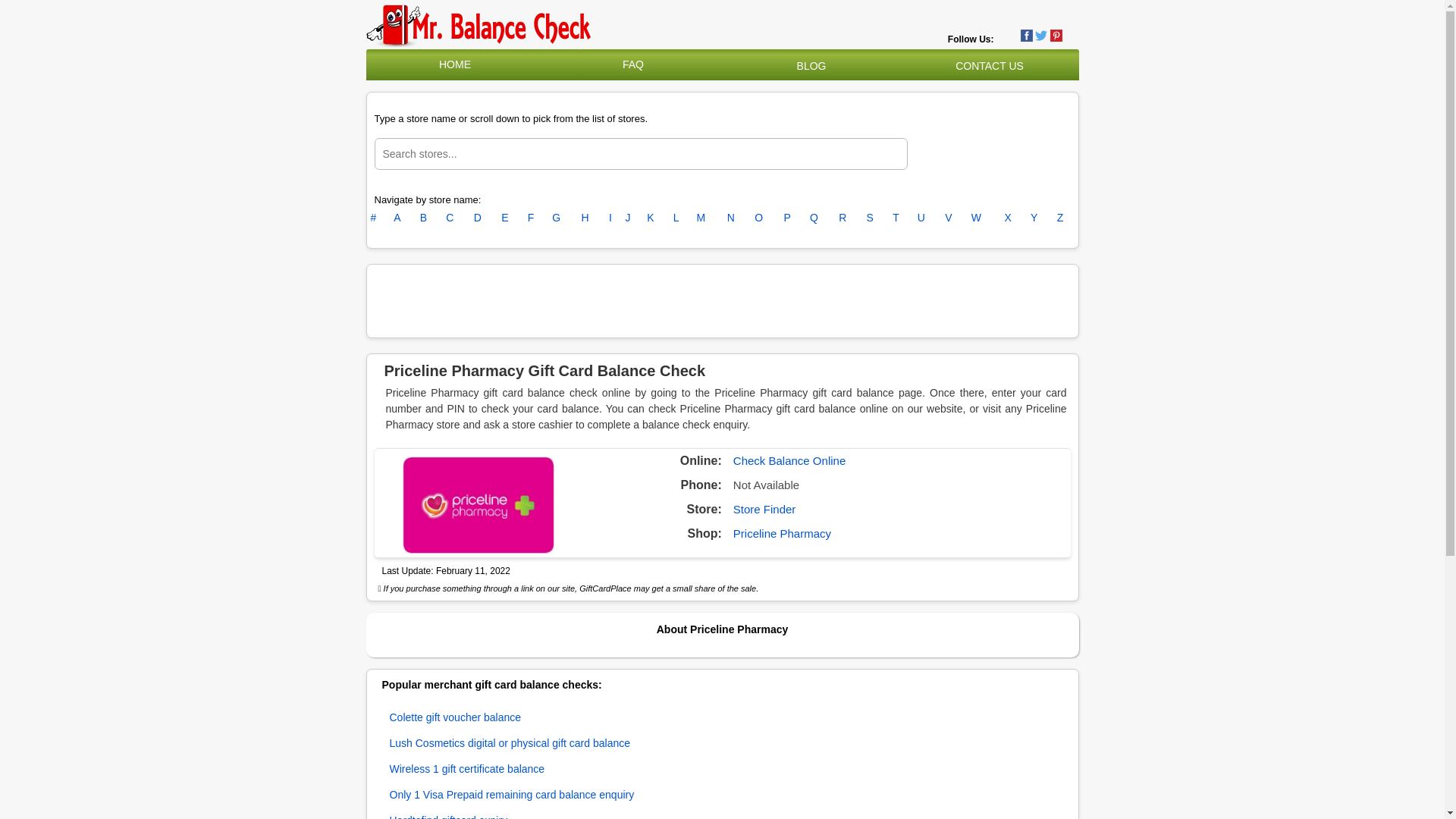 This screenshot has height=819, width=1456. Describe the element at coordinates (466, 769) in the screenshot. I see `'Wireless 1 gift certificate balance'` at that location.